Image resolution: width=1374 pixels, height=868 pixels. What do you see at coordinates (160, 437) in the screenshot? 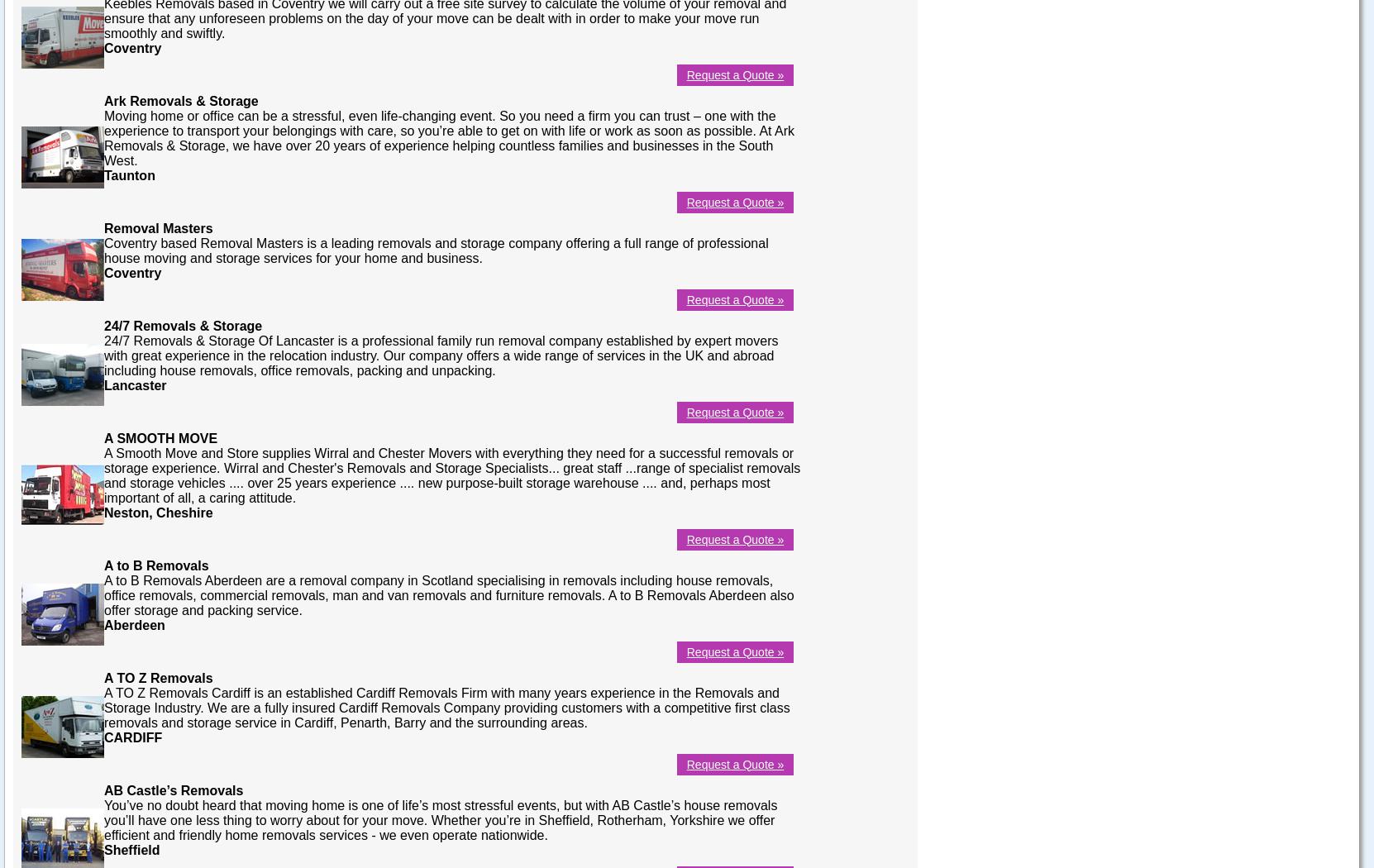
I see `'A SMOOTH MOVE'` at bounding box center [160, 437].